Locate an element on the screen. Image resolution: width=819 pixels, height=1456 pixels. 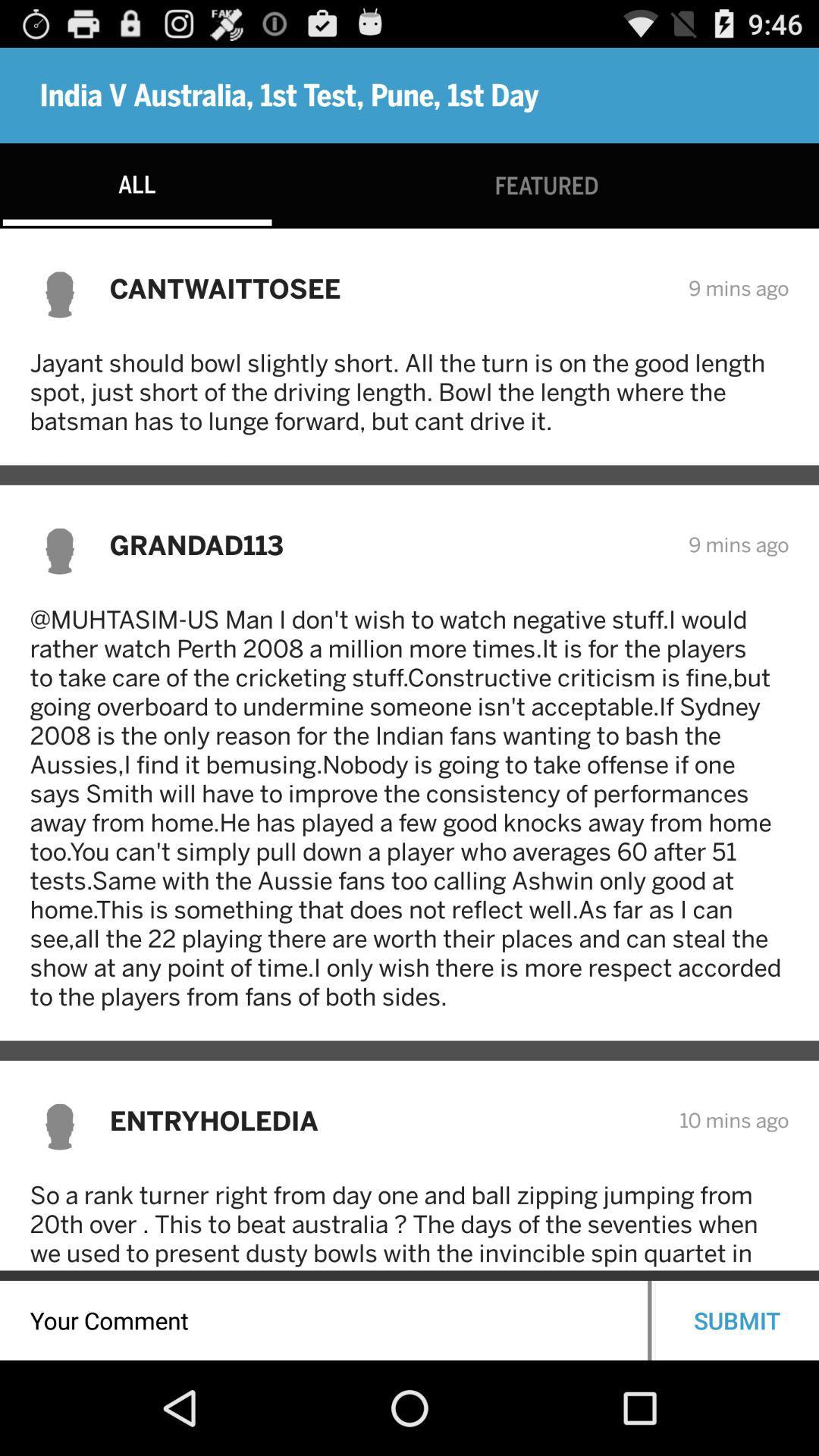
jayant should bowl is located at coordinates (409, 391).